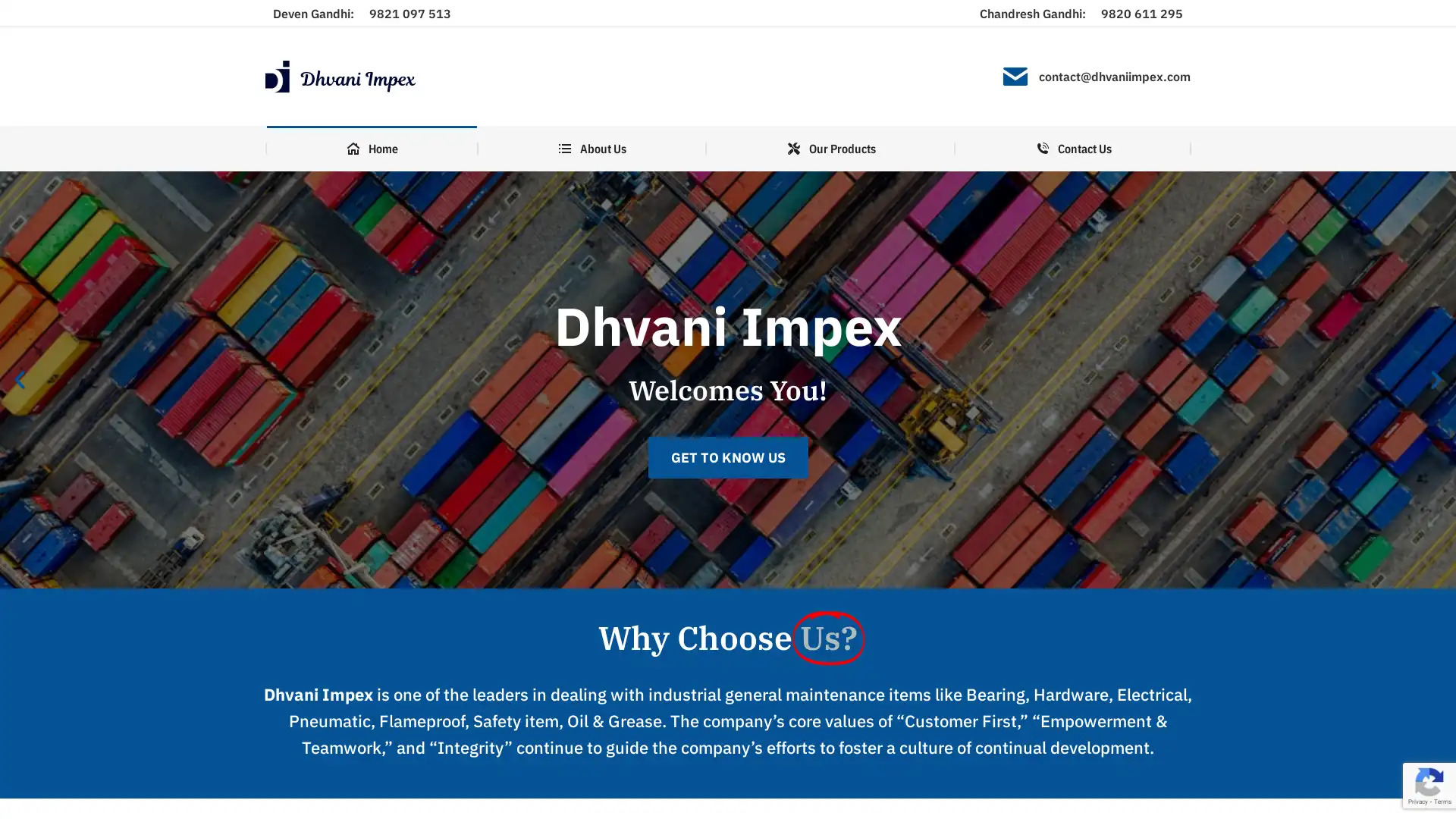 This screenshot has height=819, width=1456. What do you see at coordinates (1436, 379) in the screenshot?
I see `Next slide` at bounding box center [1436, 379].